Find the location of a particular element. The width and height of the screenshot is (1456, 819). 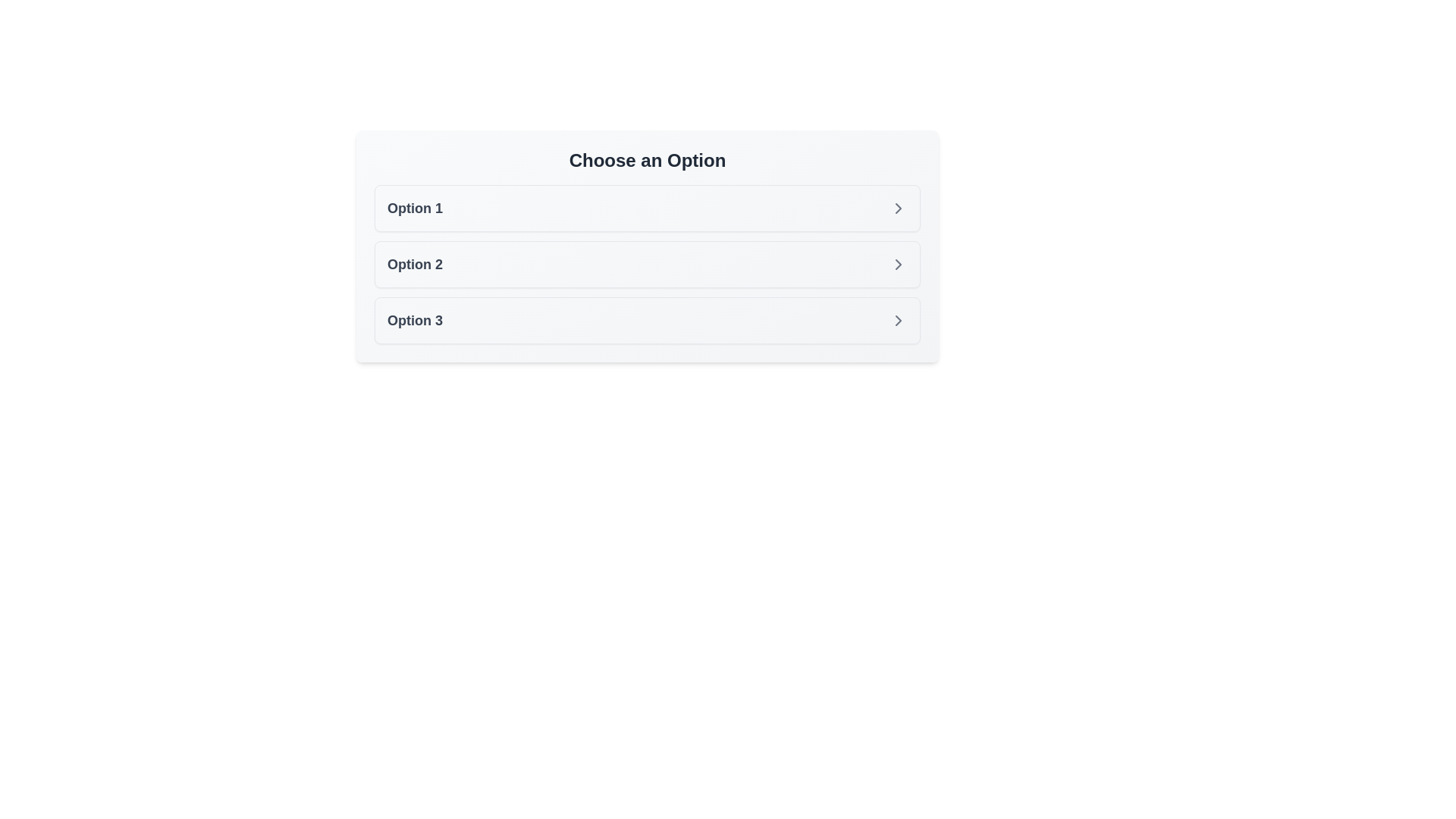

the chevron icon located at the far-right of the first option in the 'Choose an Option' list is located at coordinates (899, 208).